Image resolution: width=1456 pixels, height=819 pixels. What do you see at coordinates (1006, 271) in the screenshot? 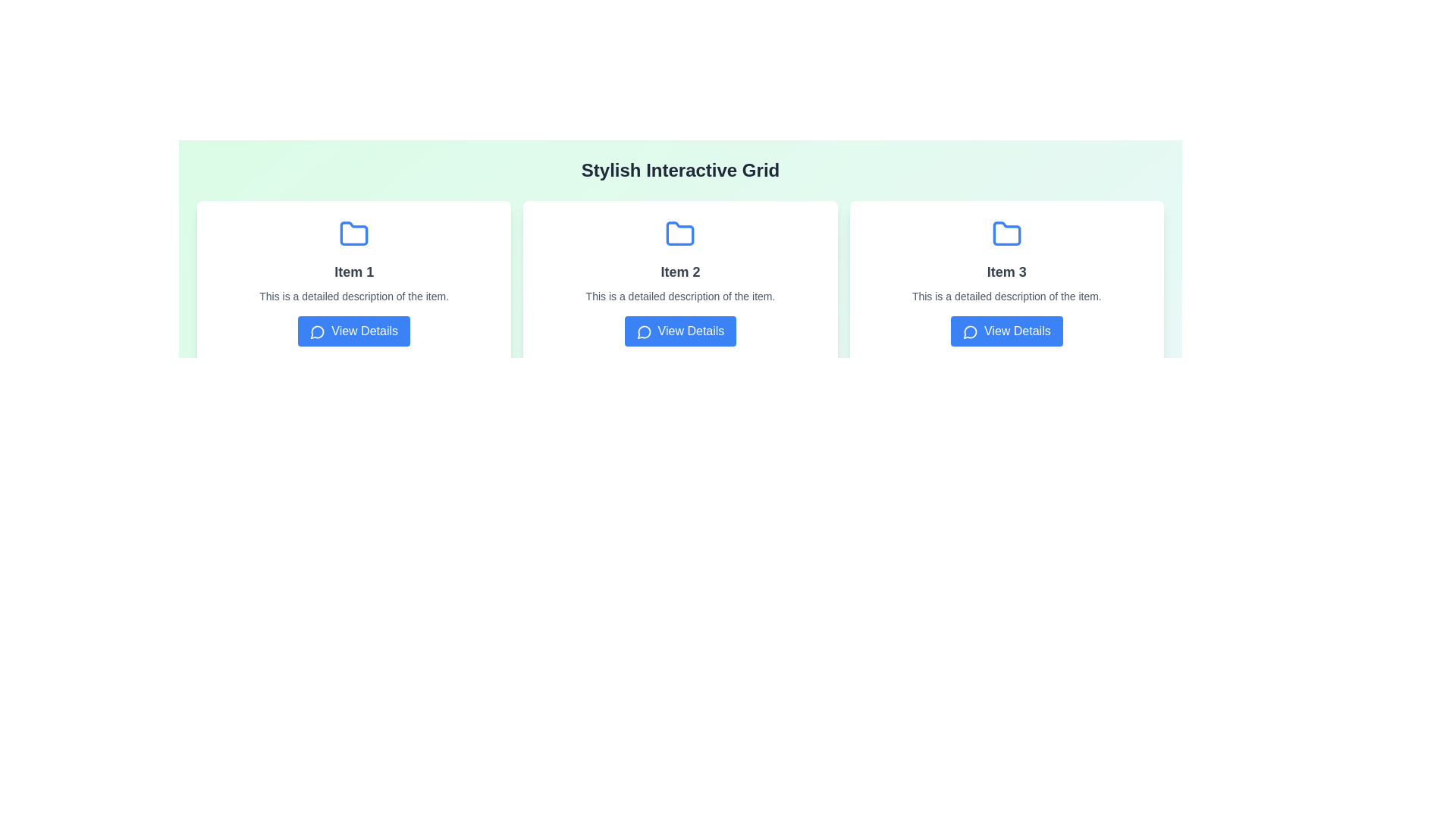
I see `the text label 'Item 3' which is located in the third column of a card layout, positioned below an icon and above a descriptive paragraph` at bounding box center [1006, 271].